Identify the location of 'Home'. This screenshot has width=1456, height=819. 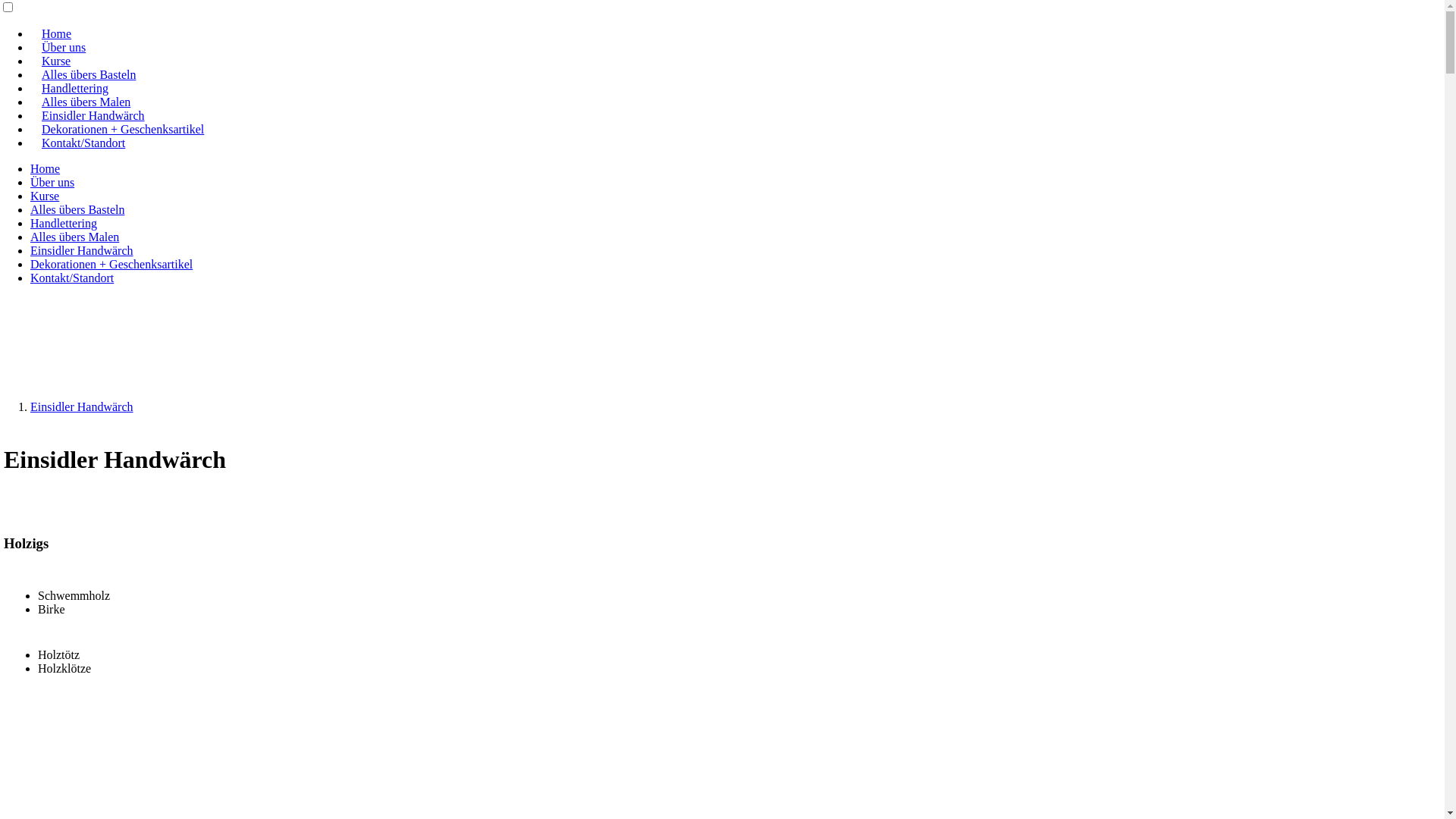
(56, 33).